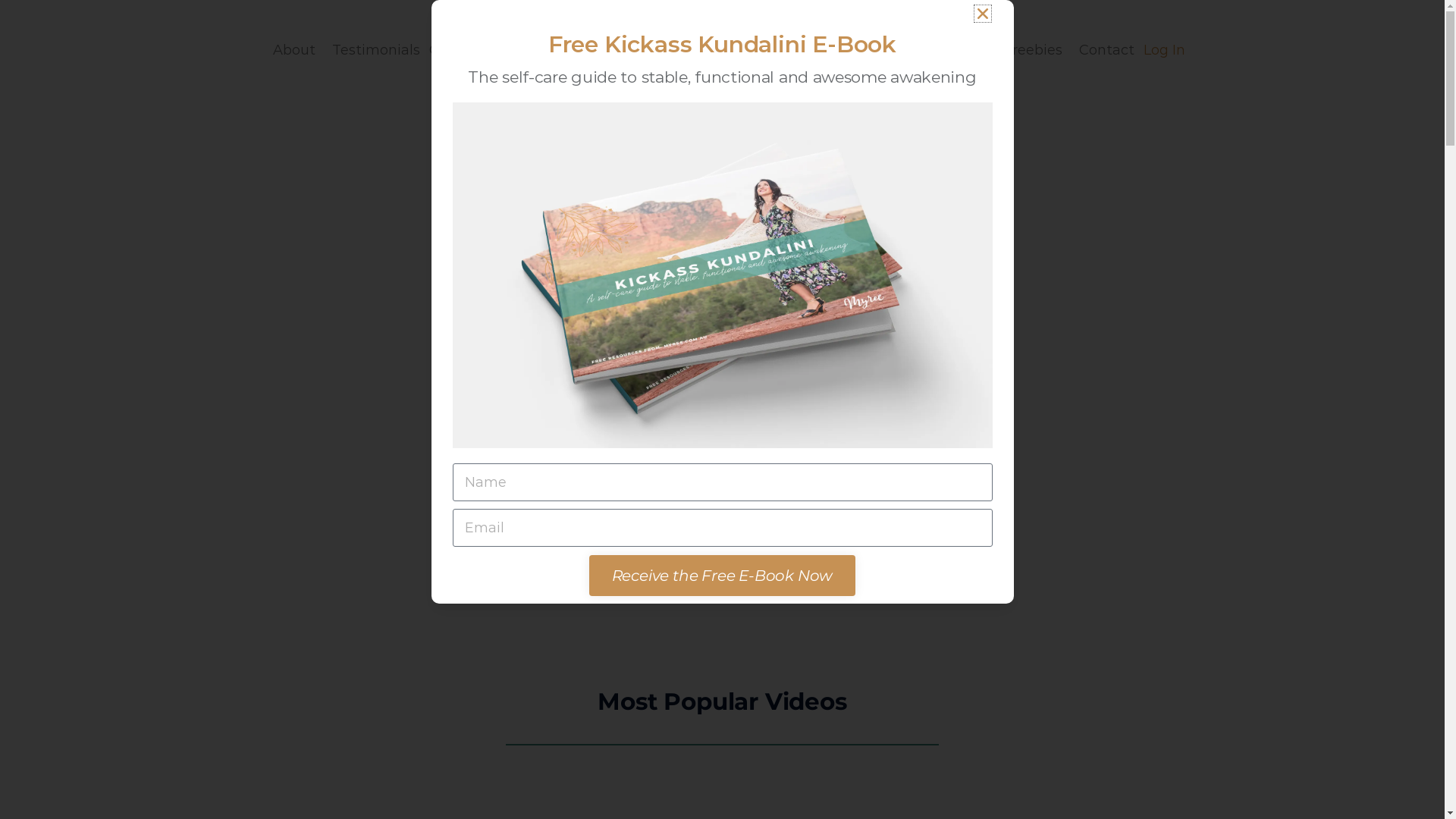 Image resolution: width=1456 pixels, height=819 pixels. I want to click on 'Courses', so click(538, 49).